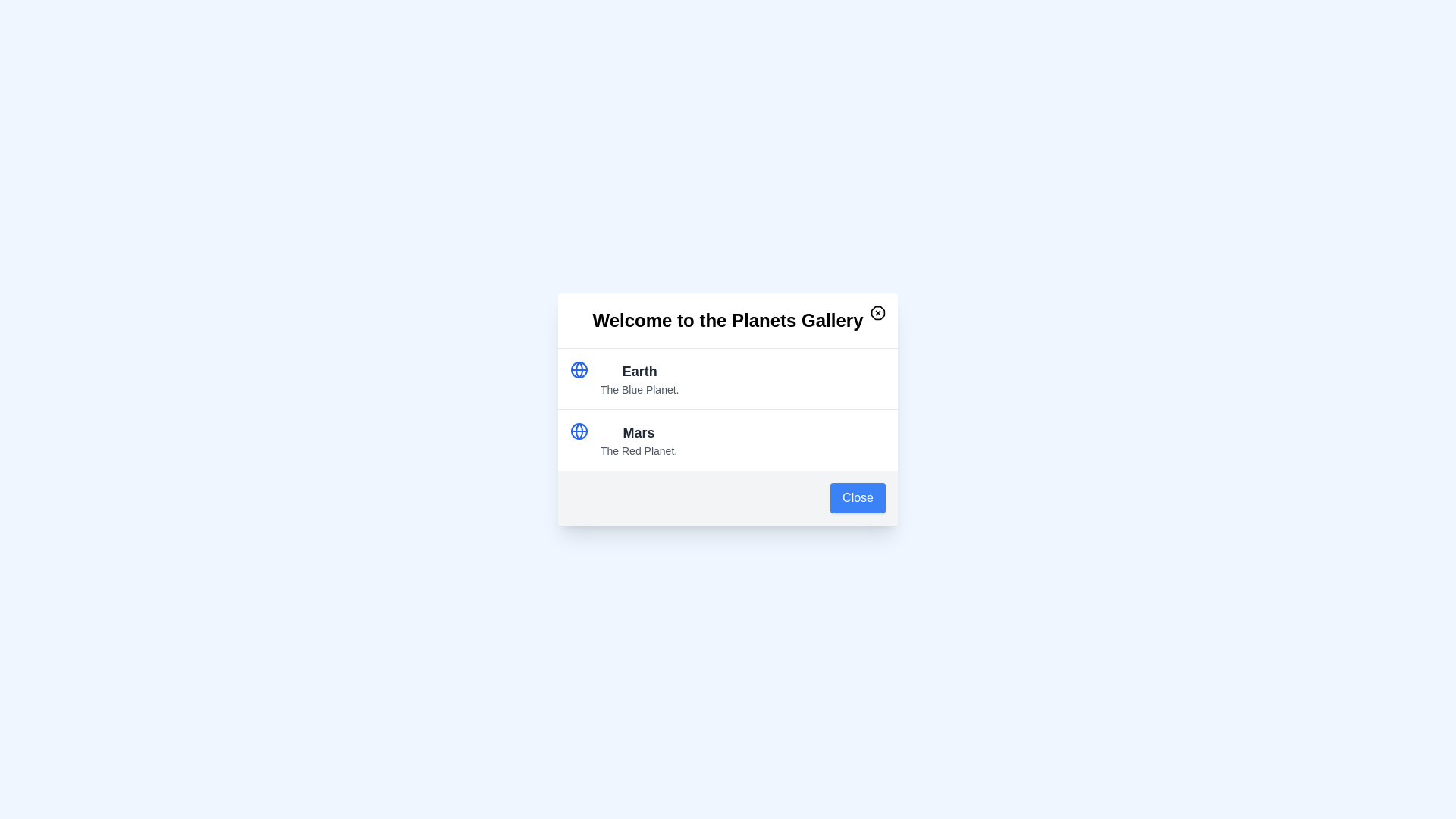 This screenshot has width=1456, height=819. Describe the element at coordinates (858, 497) in the screenshot. I see `the 'Close' button at the bottom of the modal dialog` at that location.